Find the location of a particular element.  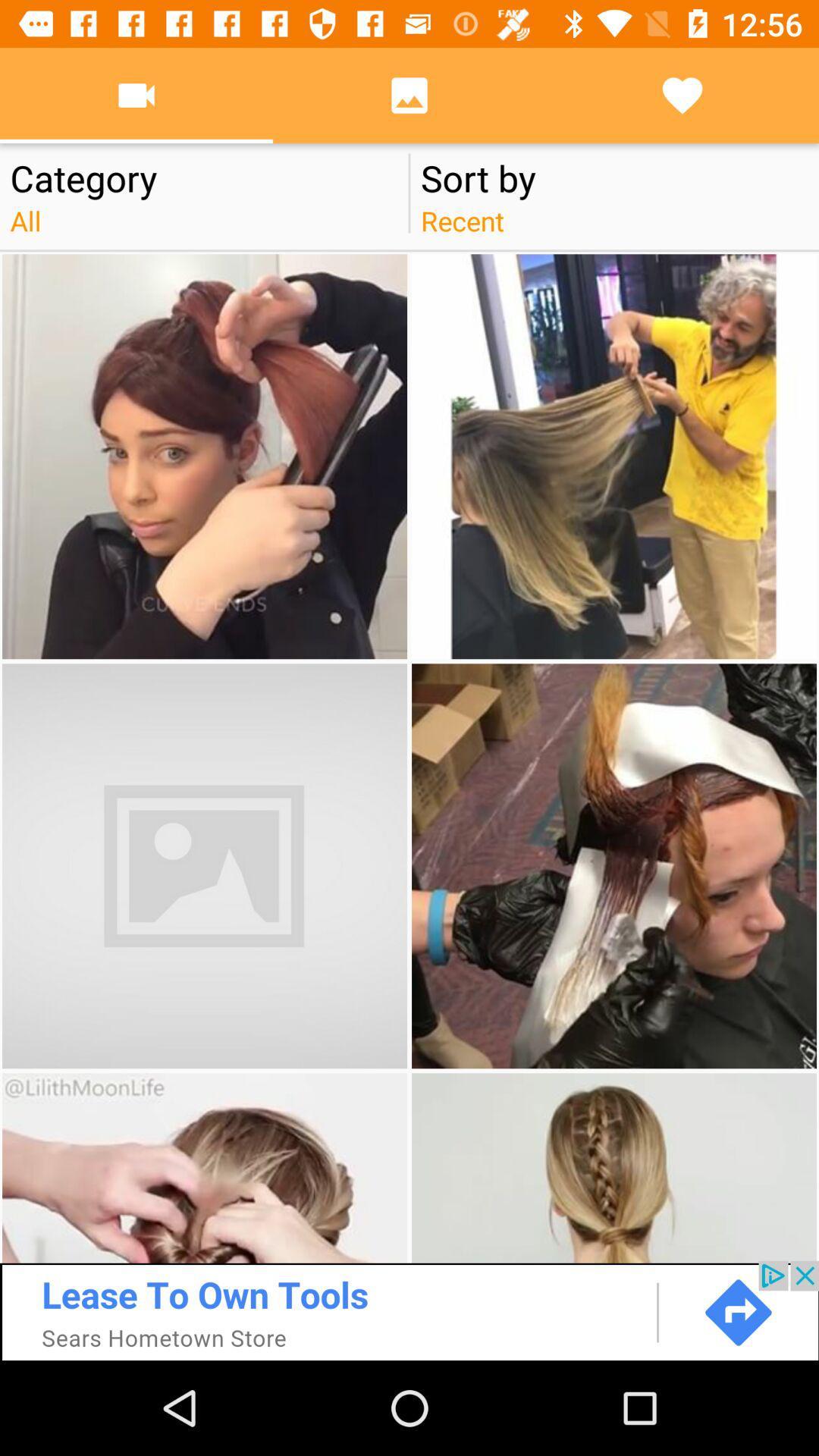

advertisement panel is located at coordinates (409, 1310).